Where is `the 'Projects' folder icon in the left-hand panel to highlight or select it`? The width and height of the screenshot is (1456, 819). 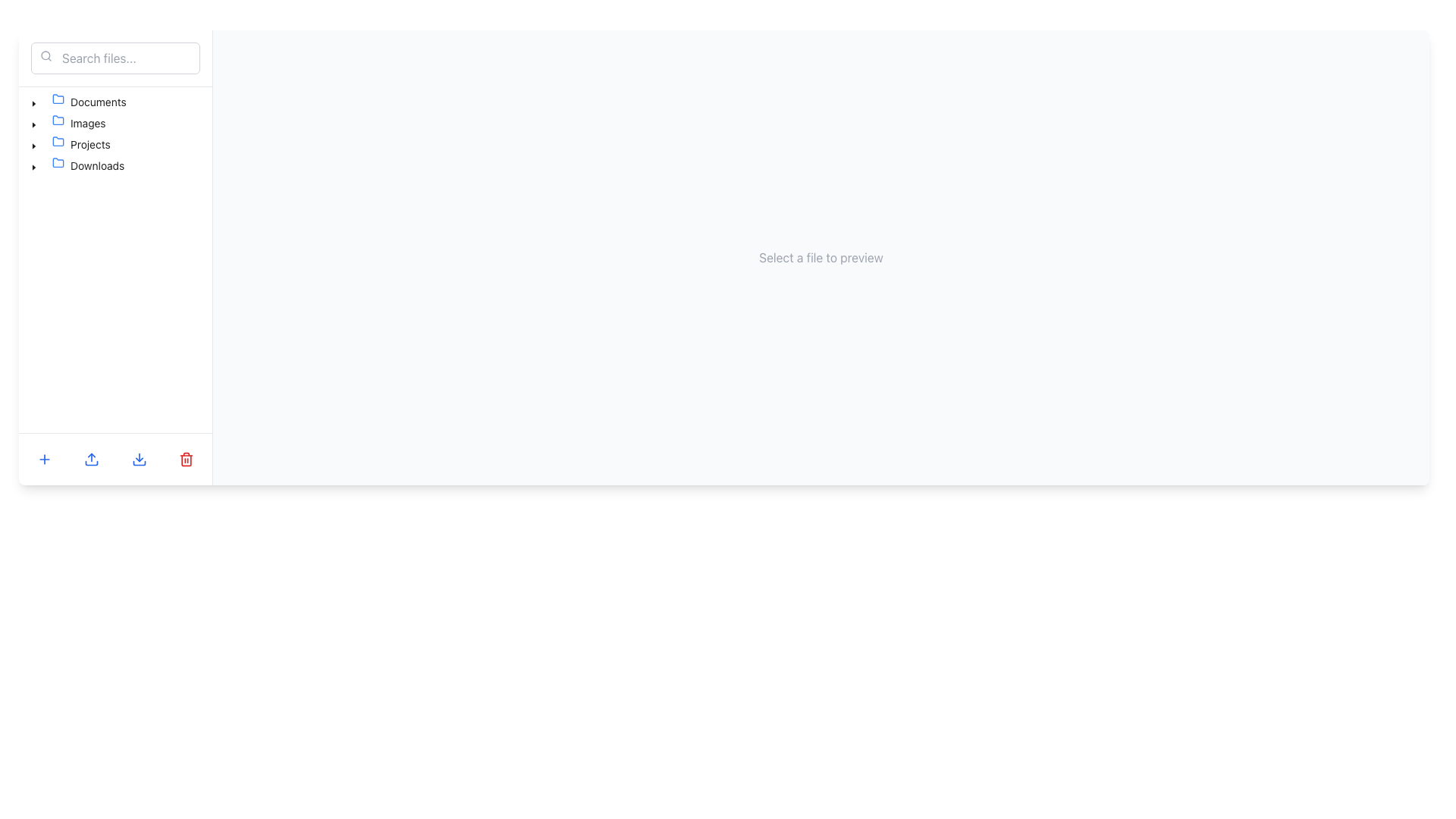 the 'Projects' folder icon in the left-hand panel to highlight or select it is located at coordinates (58, 141).